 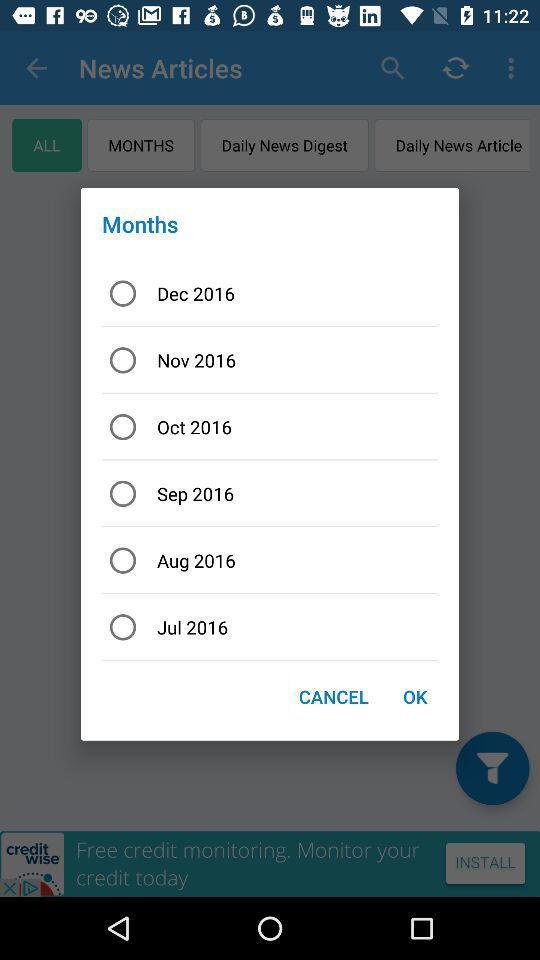 I want to click on ok, so click(x=414, y=696).